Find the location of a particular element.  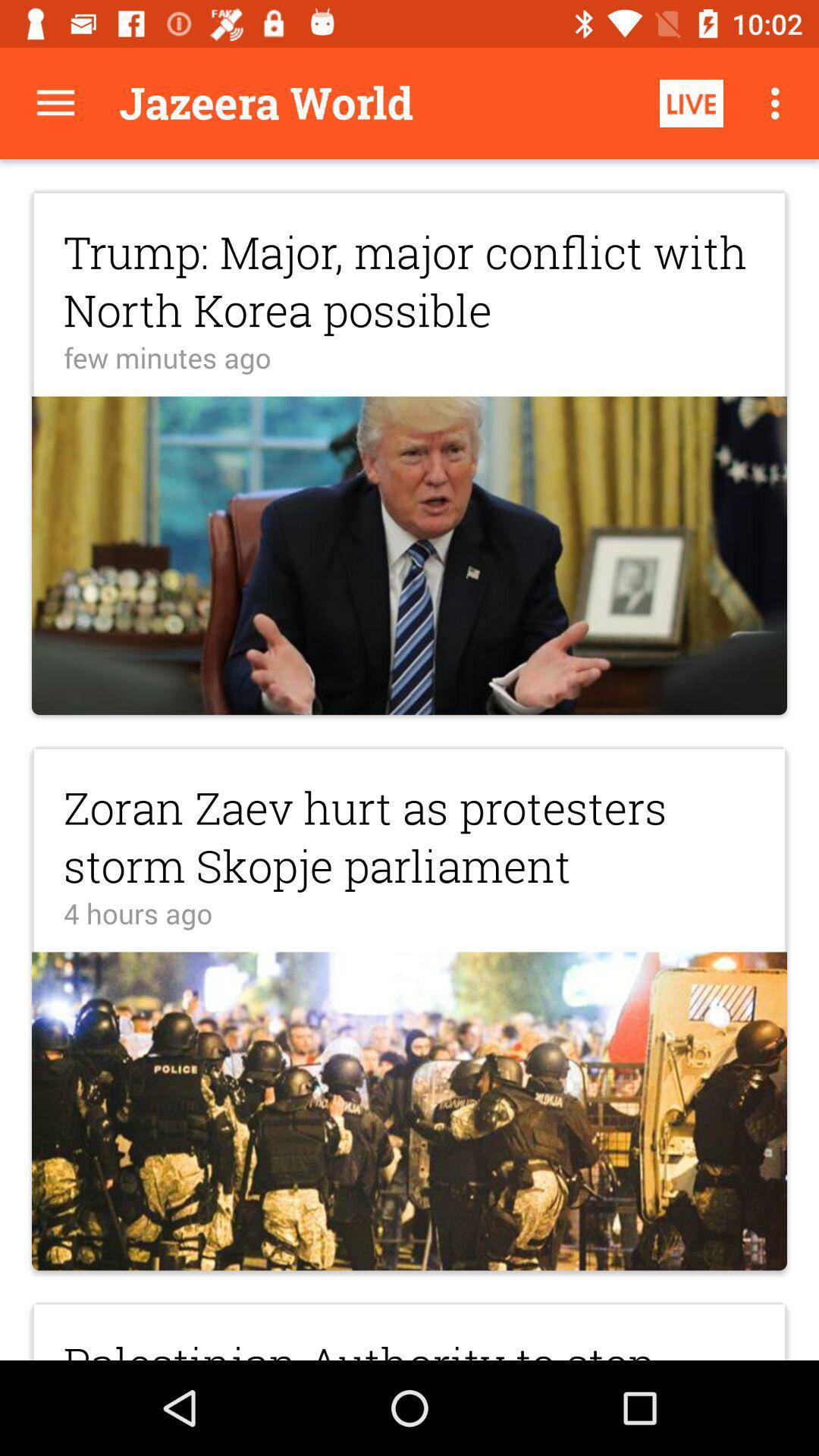

the icon to the right of jazeera world icon is located at coordinates (691, 102).